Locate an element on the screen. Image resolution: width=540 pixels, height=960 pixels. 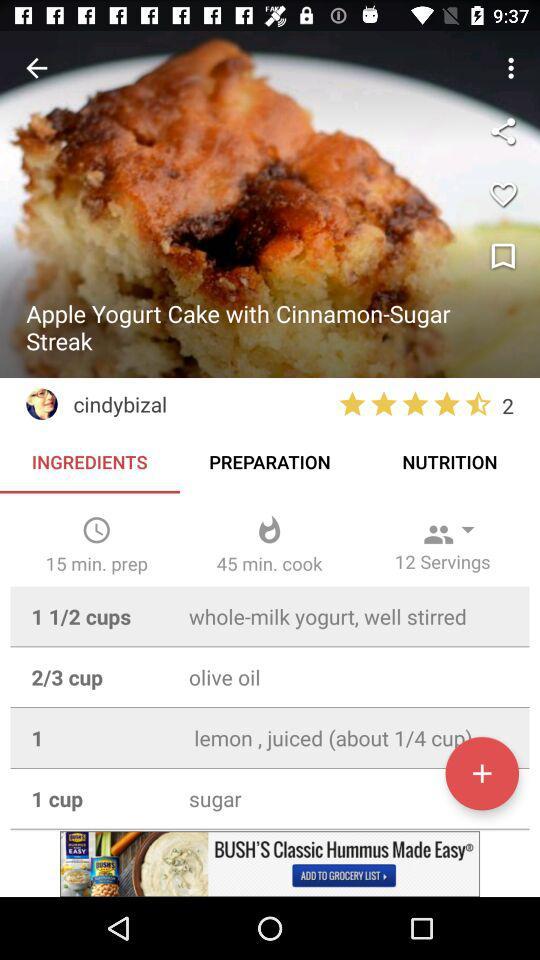
recipe is located at coordinates (481, 772).